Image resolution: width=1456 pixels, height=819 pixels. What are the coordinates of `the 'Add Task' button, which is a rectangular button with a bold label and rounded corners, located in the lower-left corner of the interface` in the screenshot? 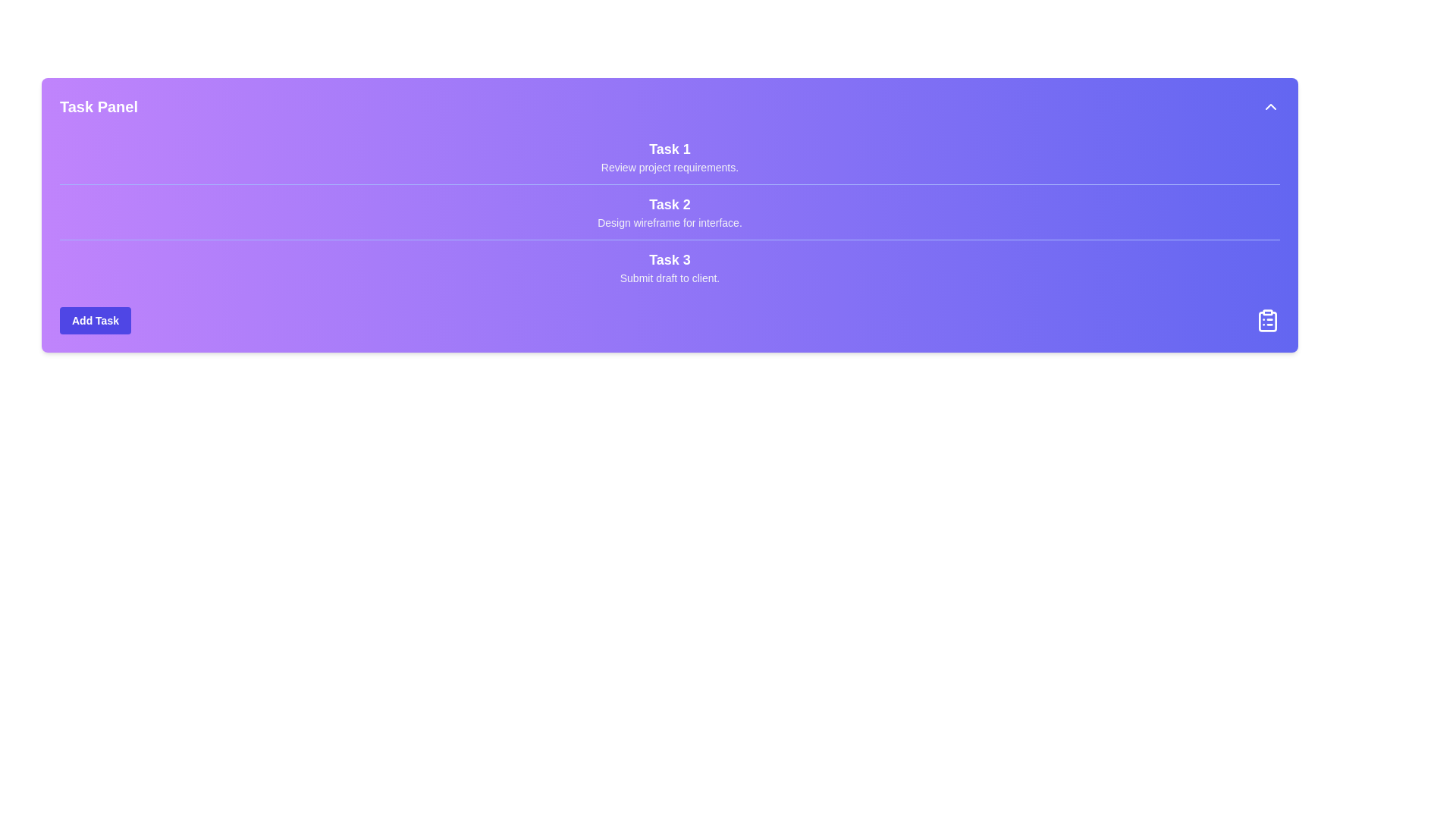 It's located at (94, 320).